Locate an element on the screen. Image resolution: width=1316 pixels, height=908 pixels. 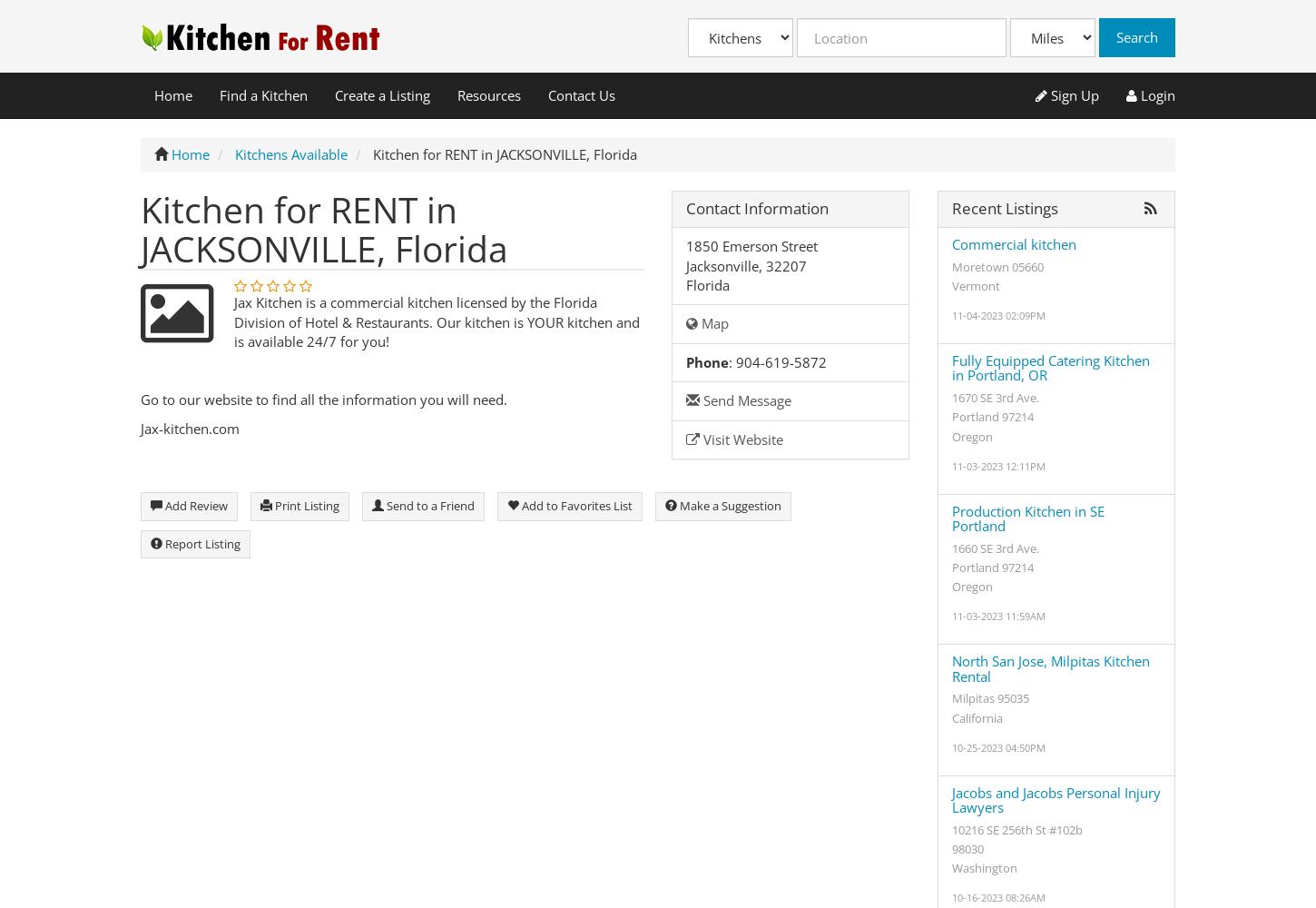
'Visit Website' is located at coordinates (741, 438).